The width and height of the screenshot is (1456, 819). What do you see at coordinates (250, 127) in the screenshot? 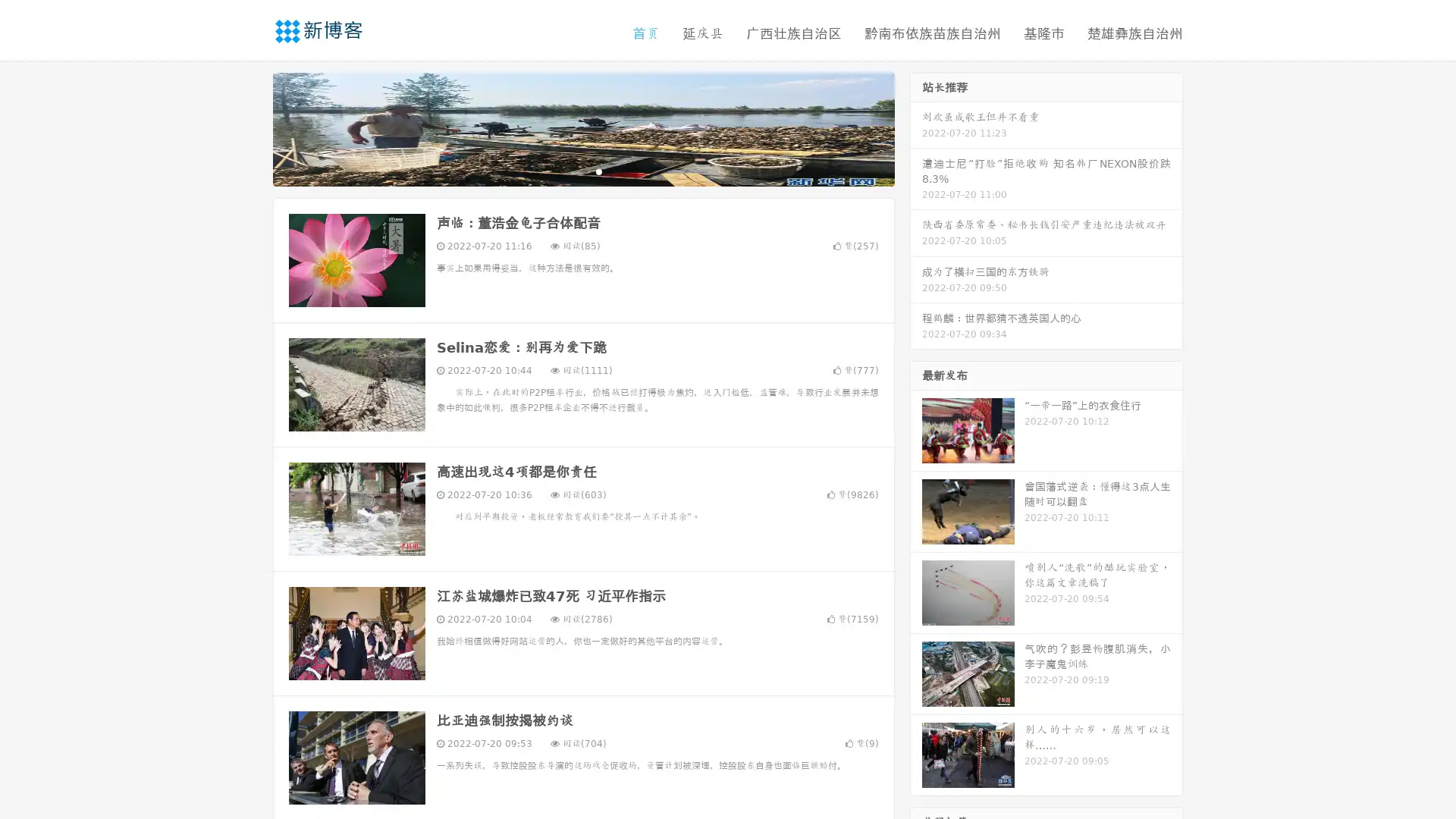
I see `Previous slide` at bounding box center [250, 127].